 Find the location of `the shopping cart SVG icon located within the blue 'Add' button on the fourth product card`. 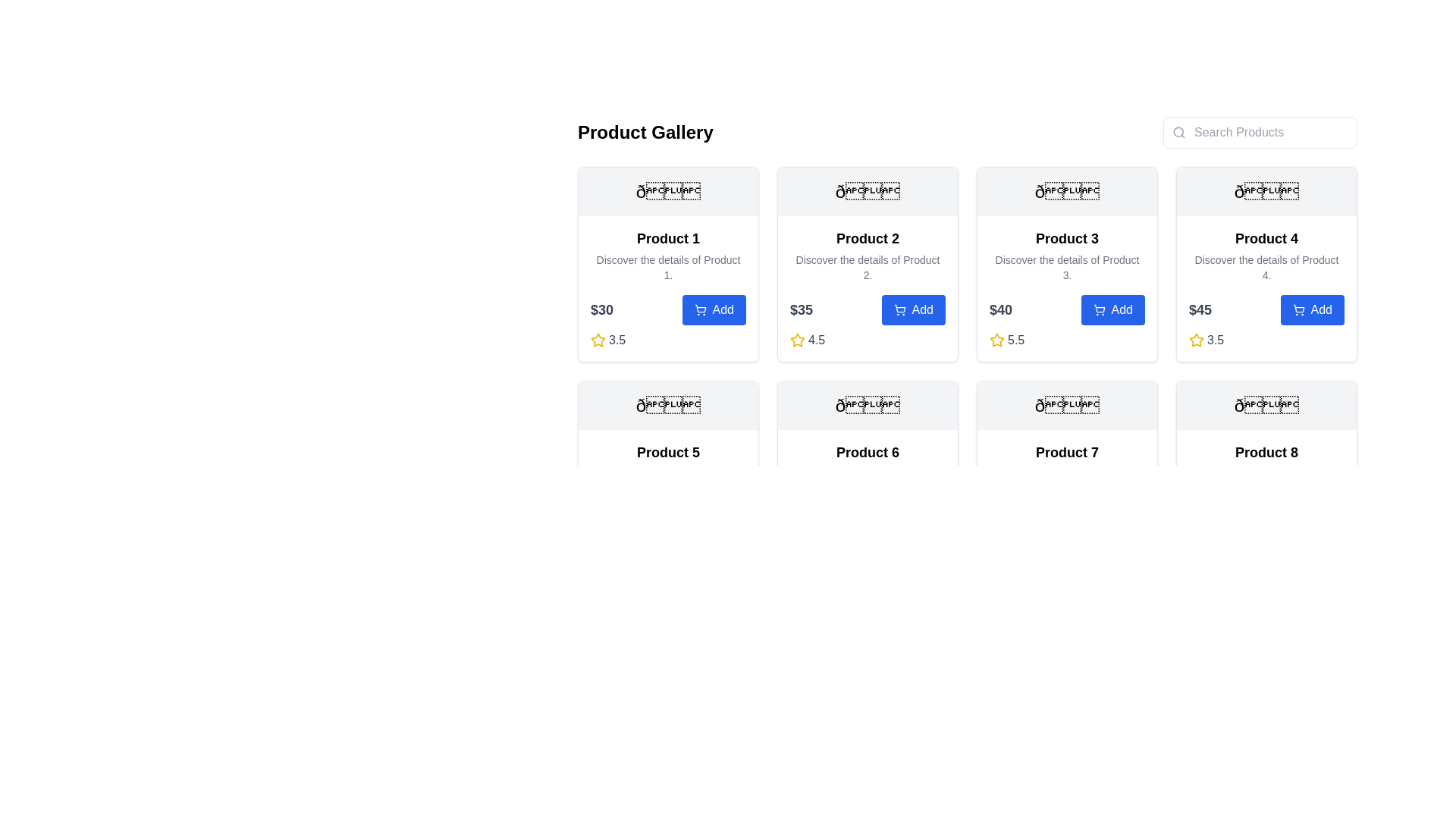

the shopping cart SVG icon located within the blue 'Add' button on the fourth product card is located at coordinates (1298, 309).